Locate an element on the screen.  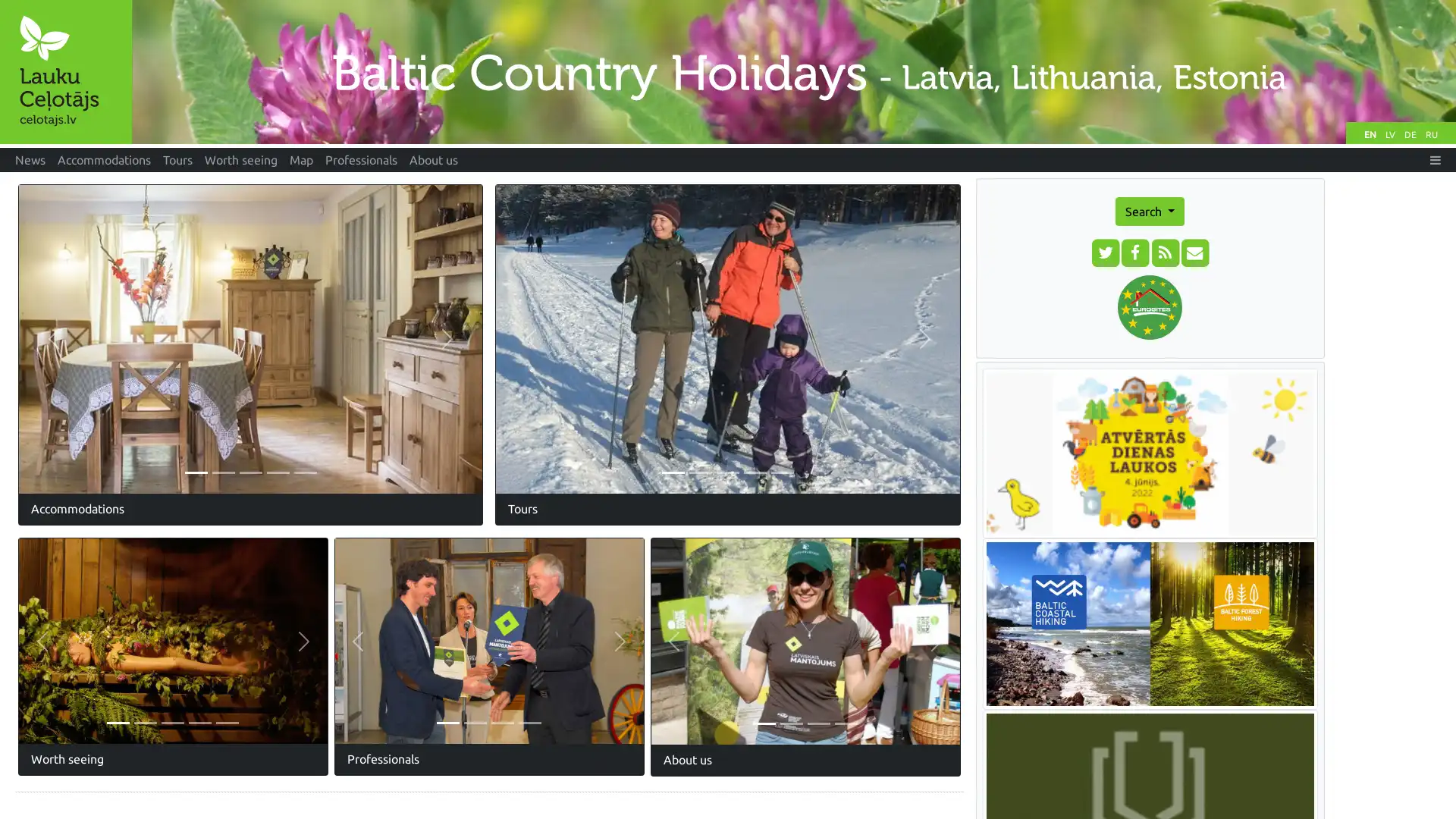
Previous is located at coordinates (531, 338).